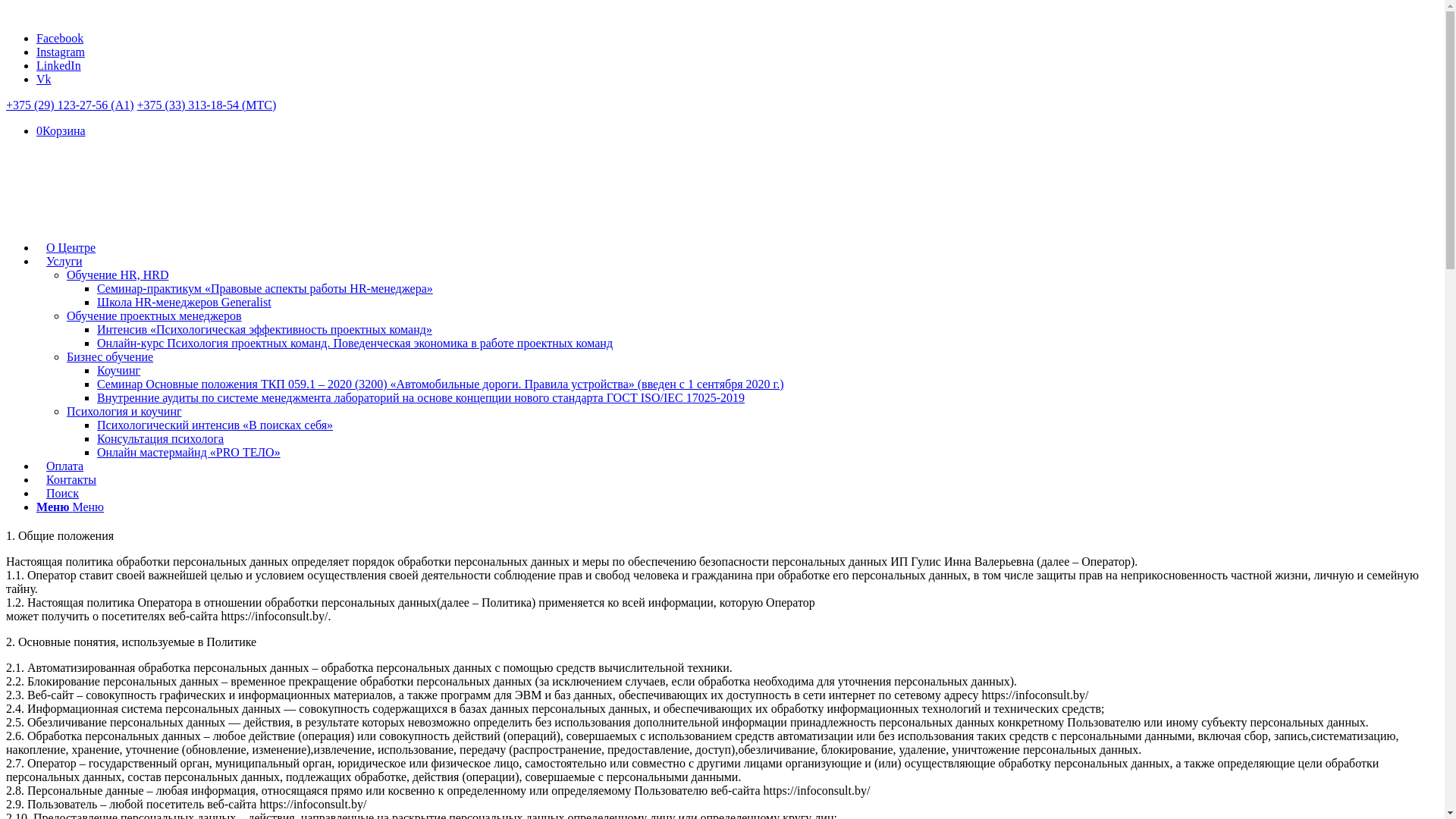  Describe the element at coordinates (69, 104) in the screenshot. I see `'+375 (29) 123-27-56 (A1)'` at that location.